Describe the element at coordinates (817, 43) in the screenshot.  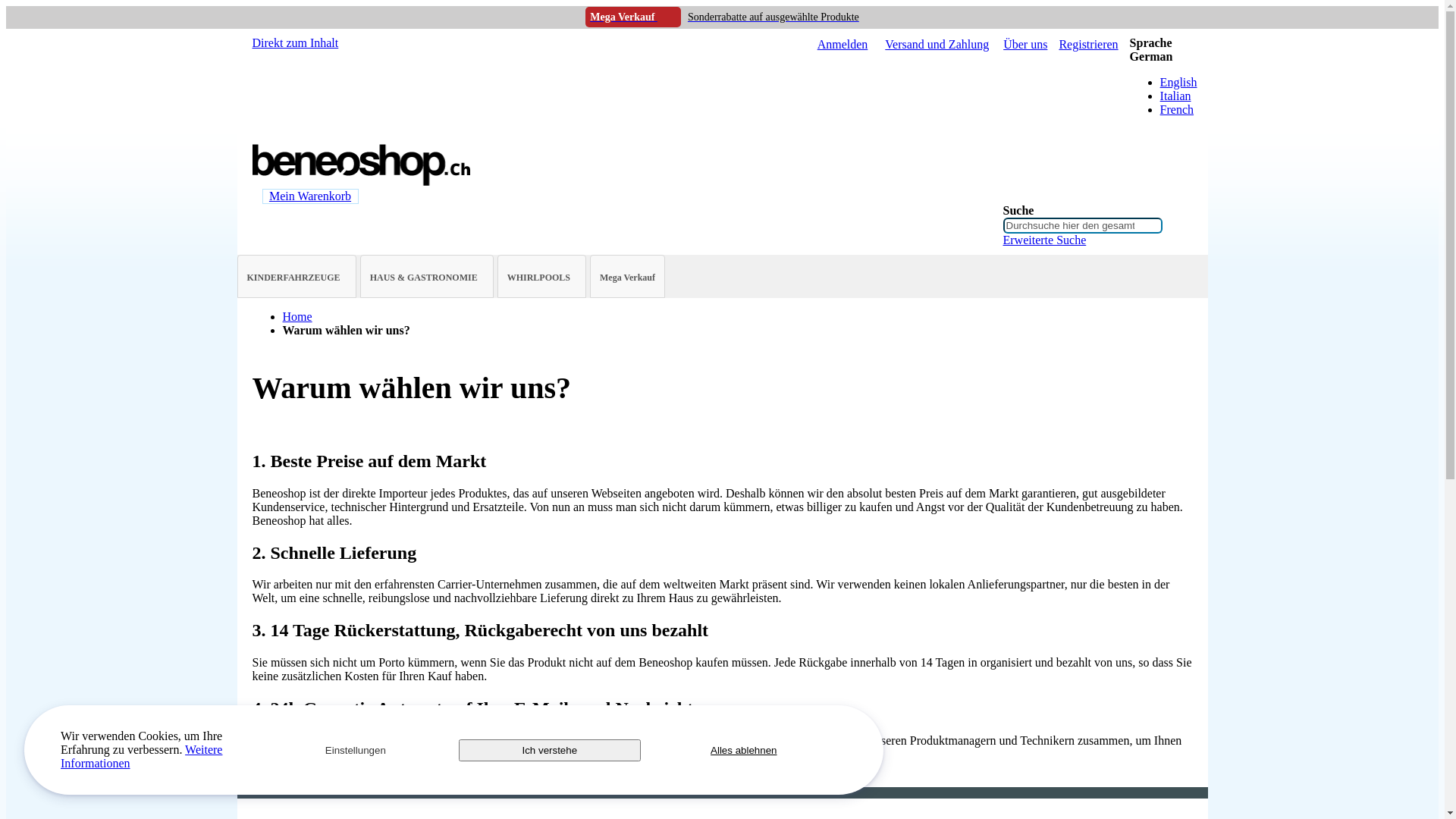
I see `'Anmelden'` at that location.